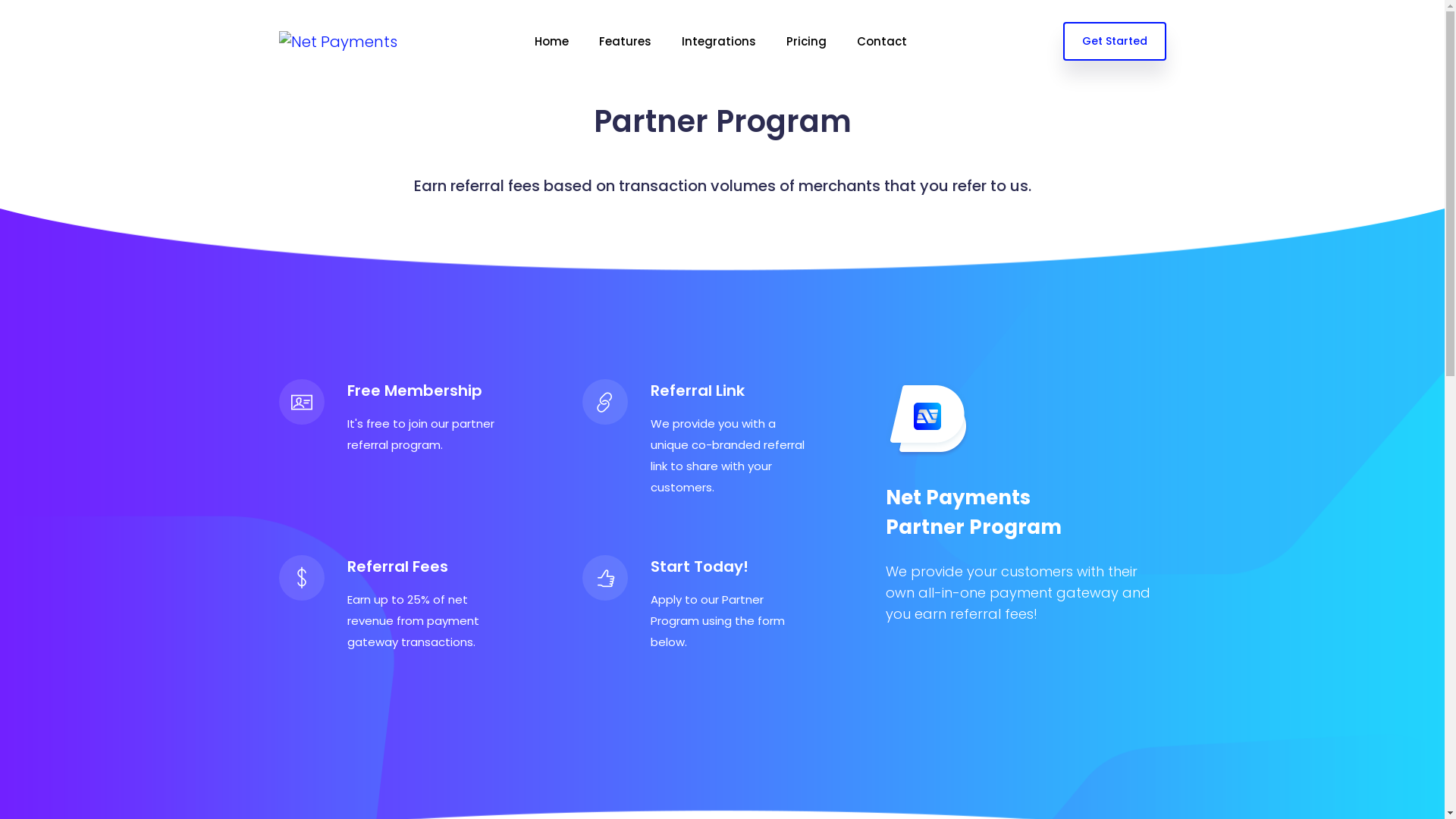  I want to click on 'Pricing', so click(805, 40).